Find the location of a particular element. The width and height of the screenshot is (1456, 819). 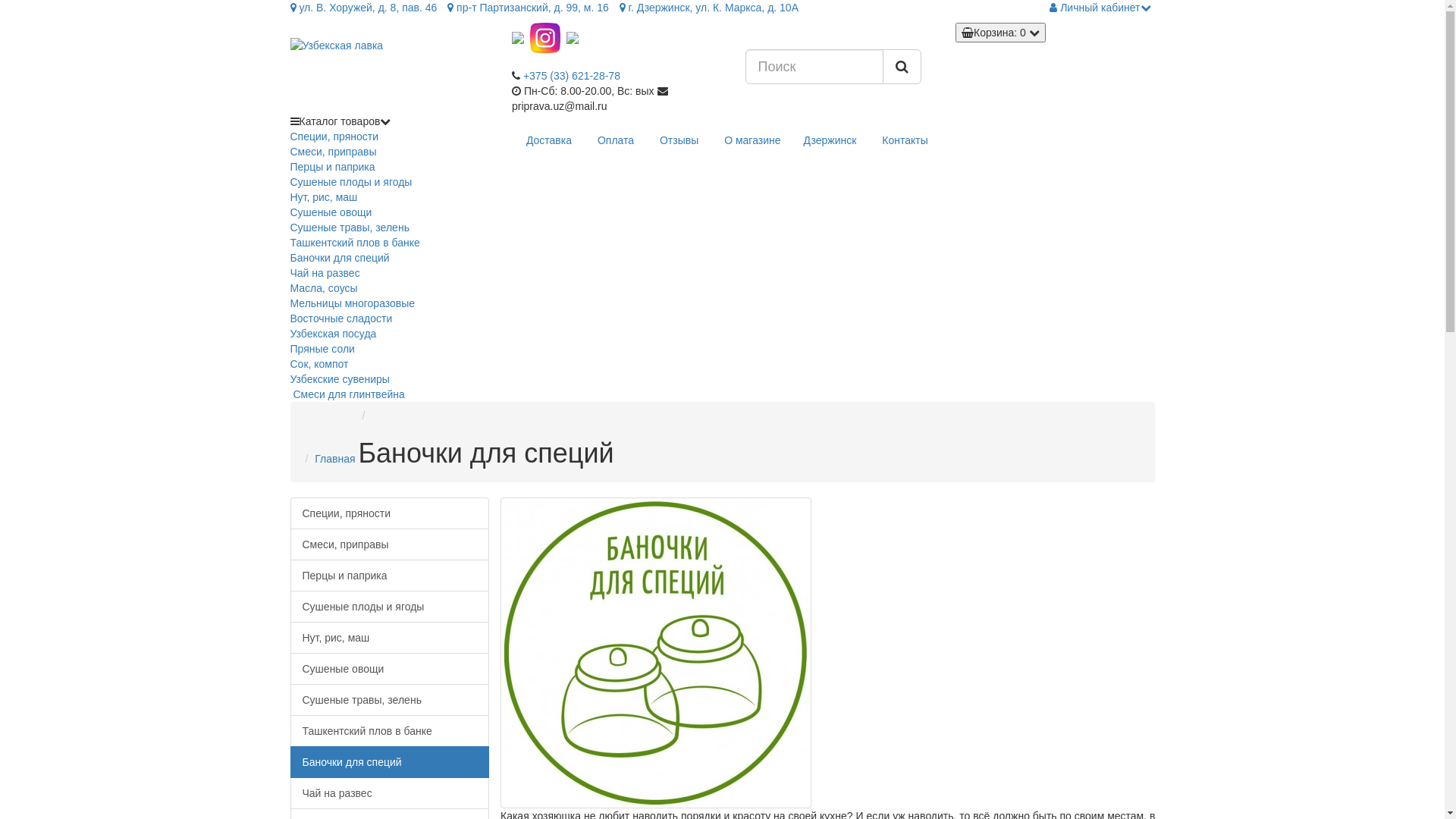

'+375 (33) 621-28-78' is located at coordinates (570, 76).